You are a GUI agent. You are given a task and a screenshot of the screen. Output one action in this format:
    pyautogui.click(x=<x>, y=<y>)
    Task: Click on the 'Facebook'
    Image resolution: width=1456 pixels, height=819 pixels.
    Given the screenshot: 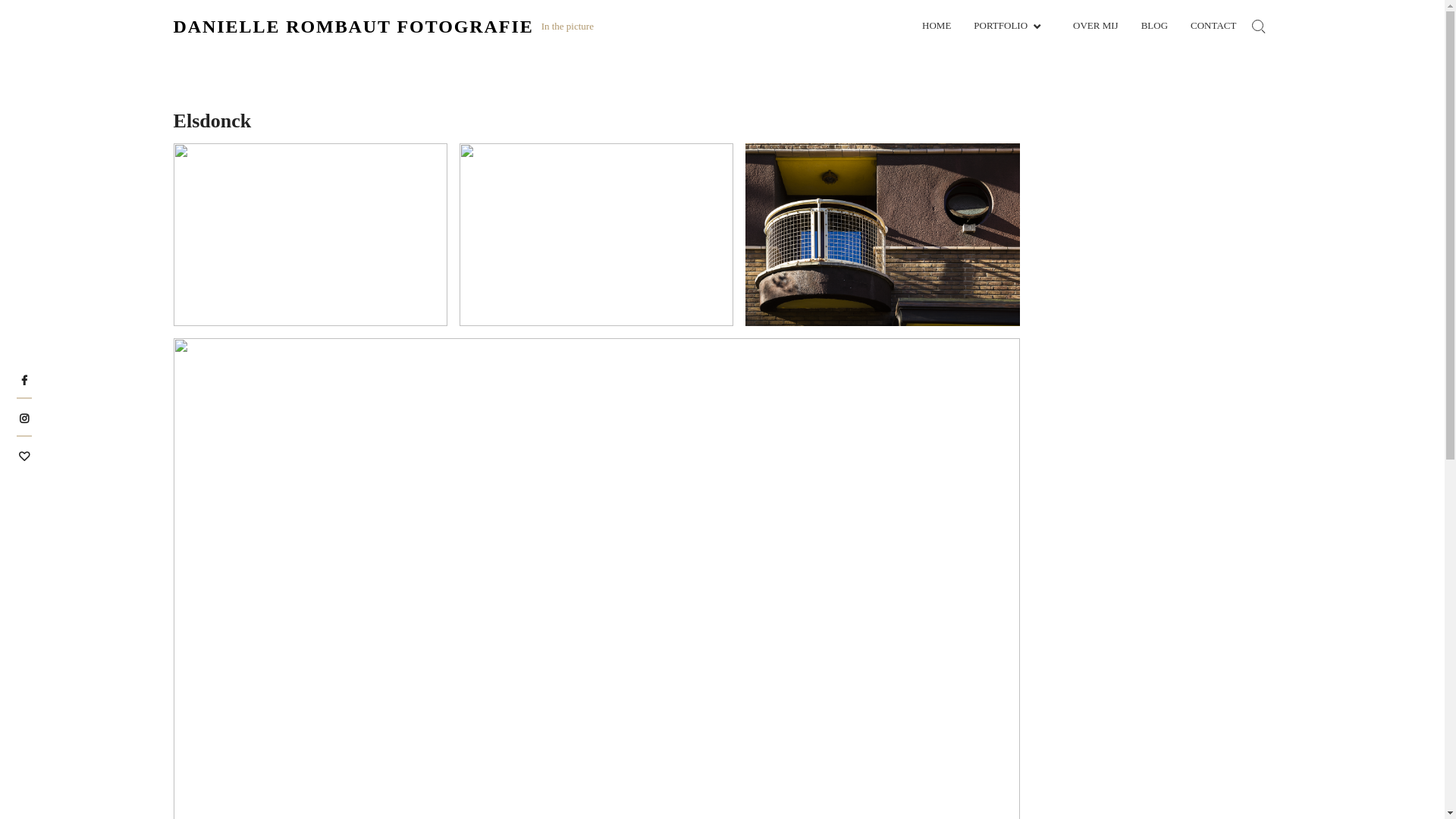 What is the action you would take?
    pyautogui.click(x=24, y=378)
    